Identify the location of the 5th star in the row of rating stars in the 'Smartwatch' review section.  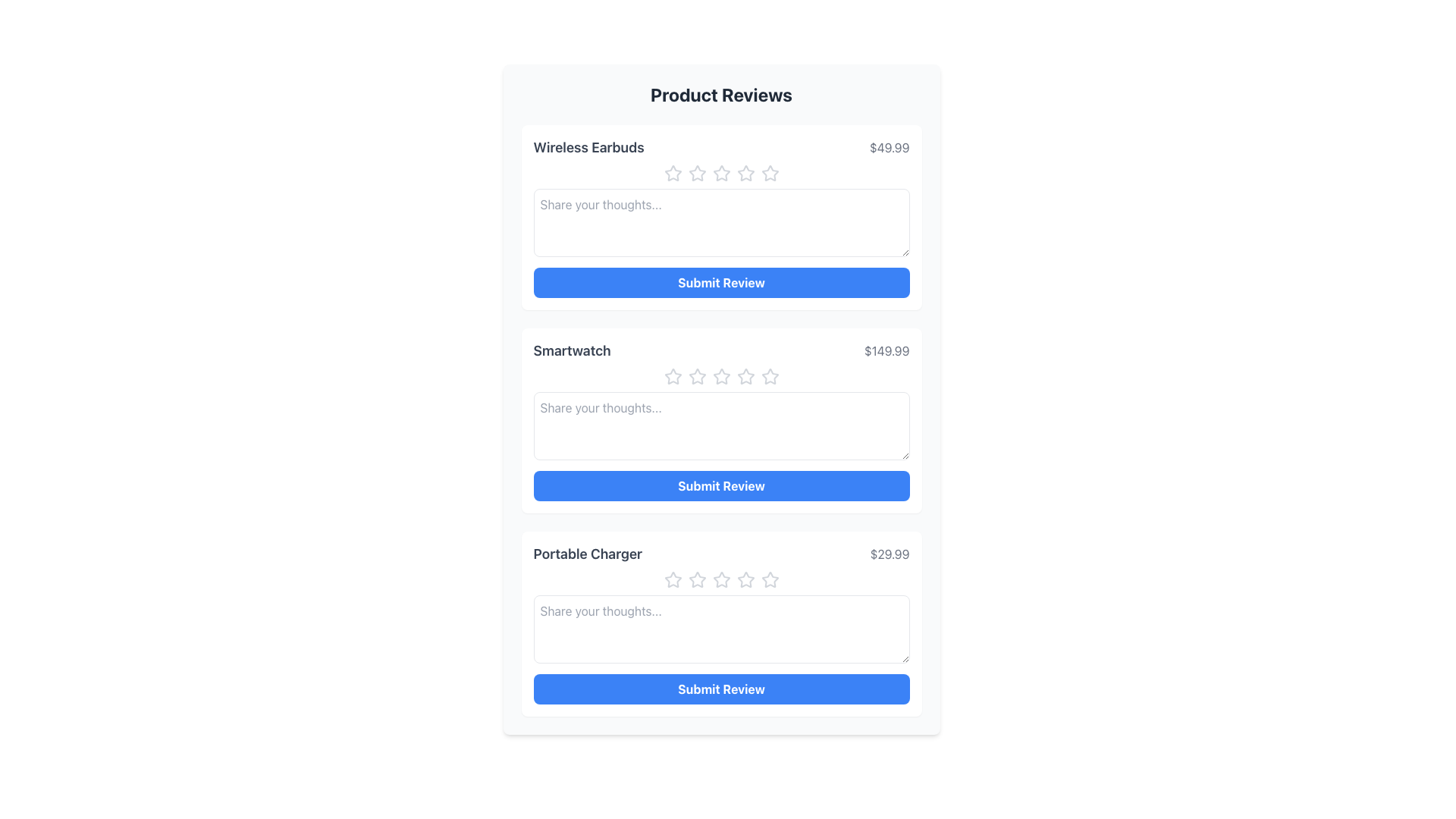
(770, 376).